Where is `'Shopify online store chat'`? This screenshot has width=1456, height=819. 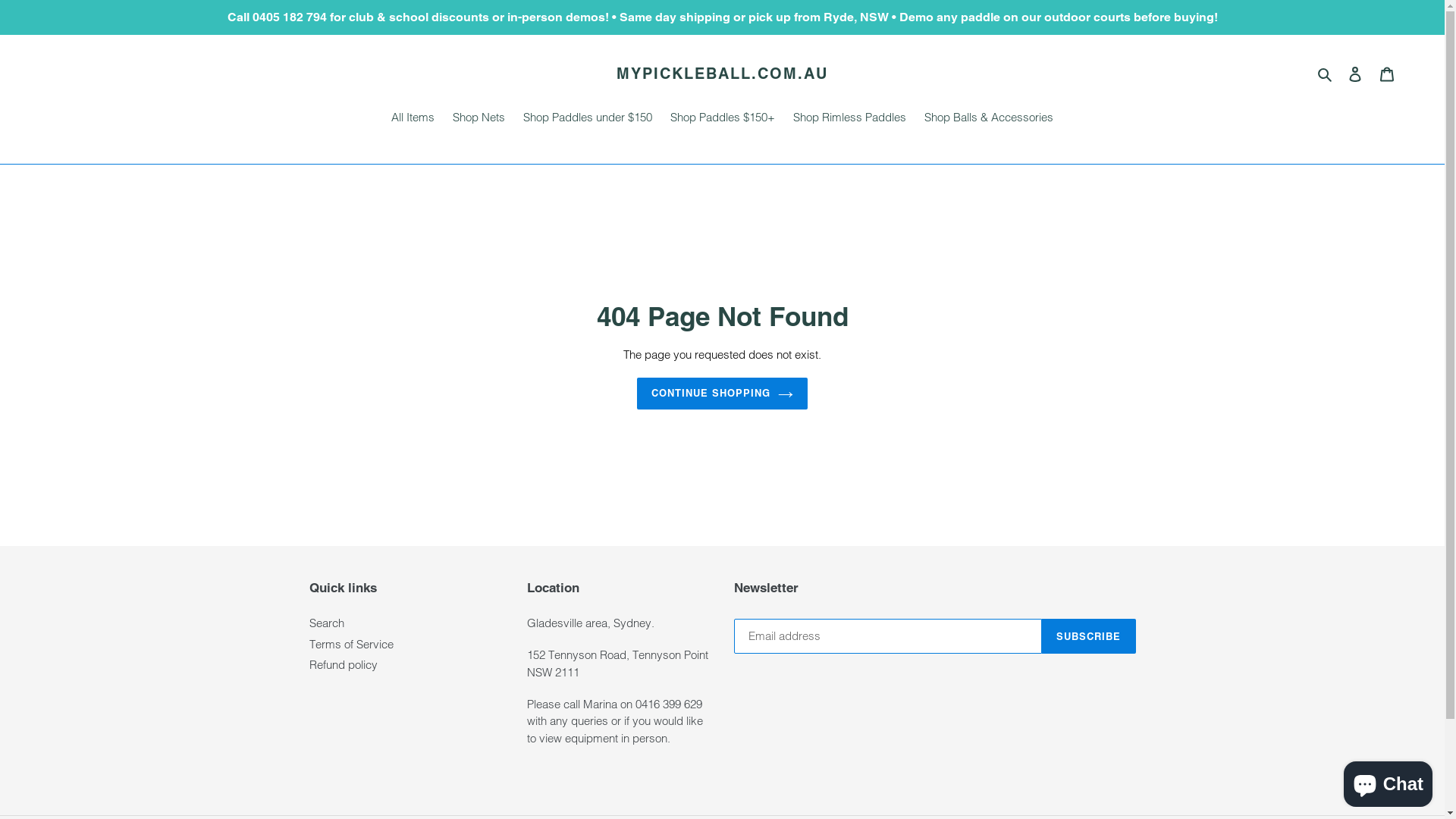
'Shopify online store chat' is located at coordinates (1339, 780).